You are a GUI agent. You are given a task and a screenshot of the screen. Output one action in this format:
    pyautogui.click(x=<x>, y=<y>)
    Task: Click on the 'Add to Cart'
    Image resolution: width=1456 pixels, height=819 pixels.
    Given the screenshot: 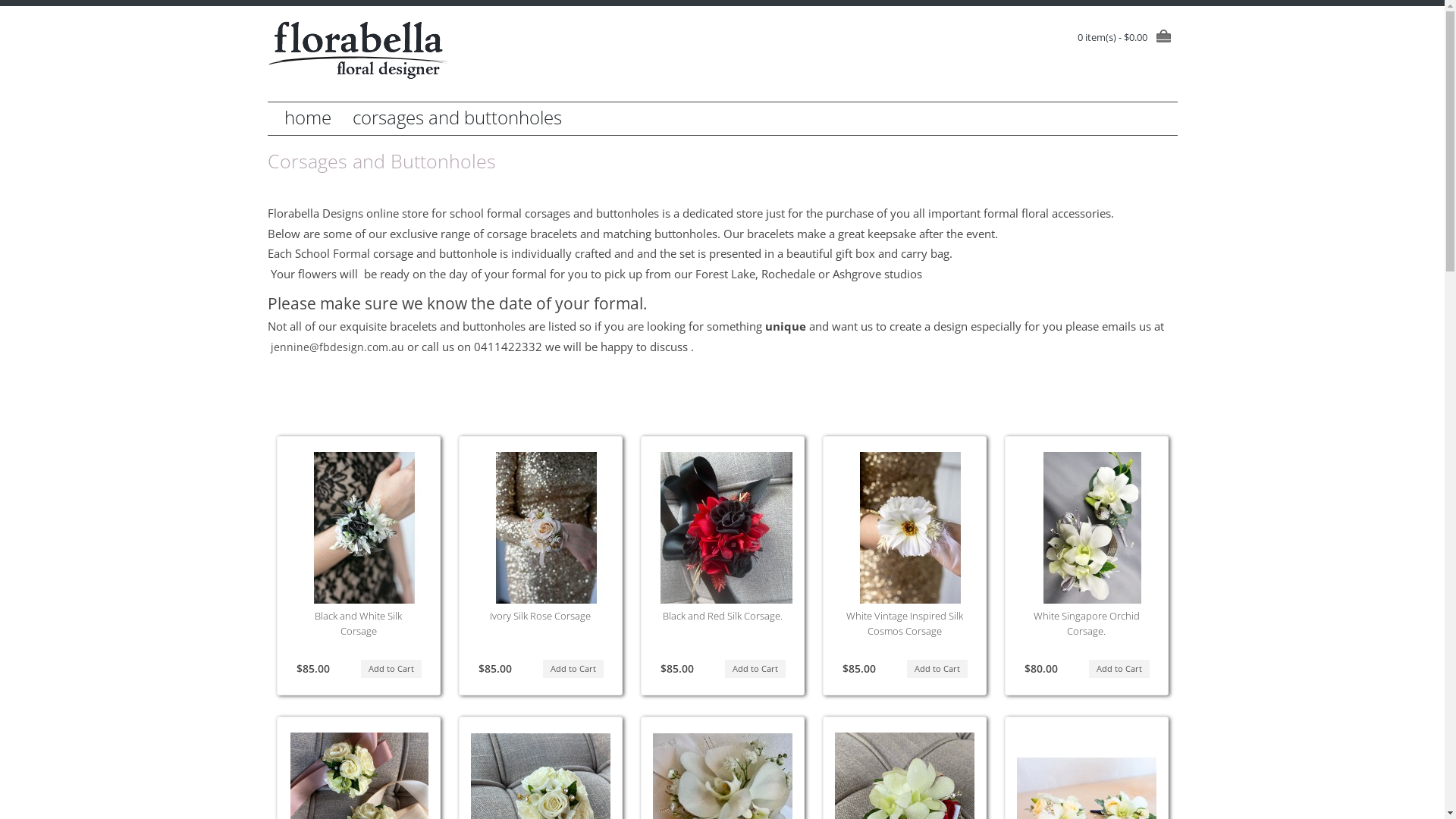 What is the action you would take?
    pyautogui.click(x=723, y=668)
    